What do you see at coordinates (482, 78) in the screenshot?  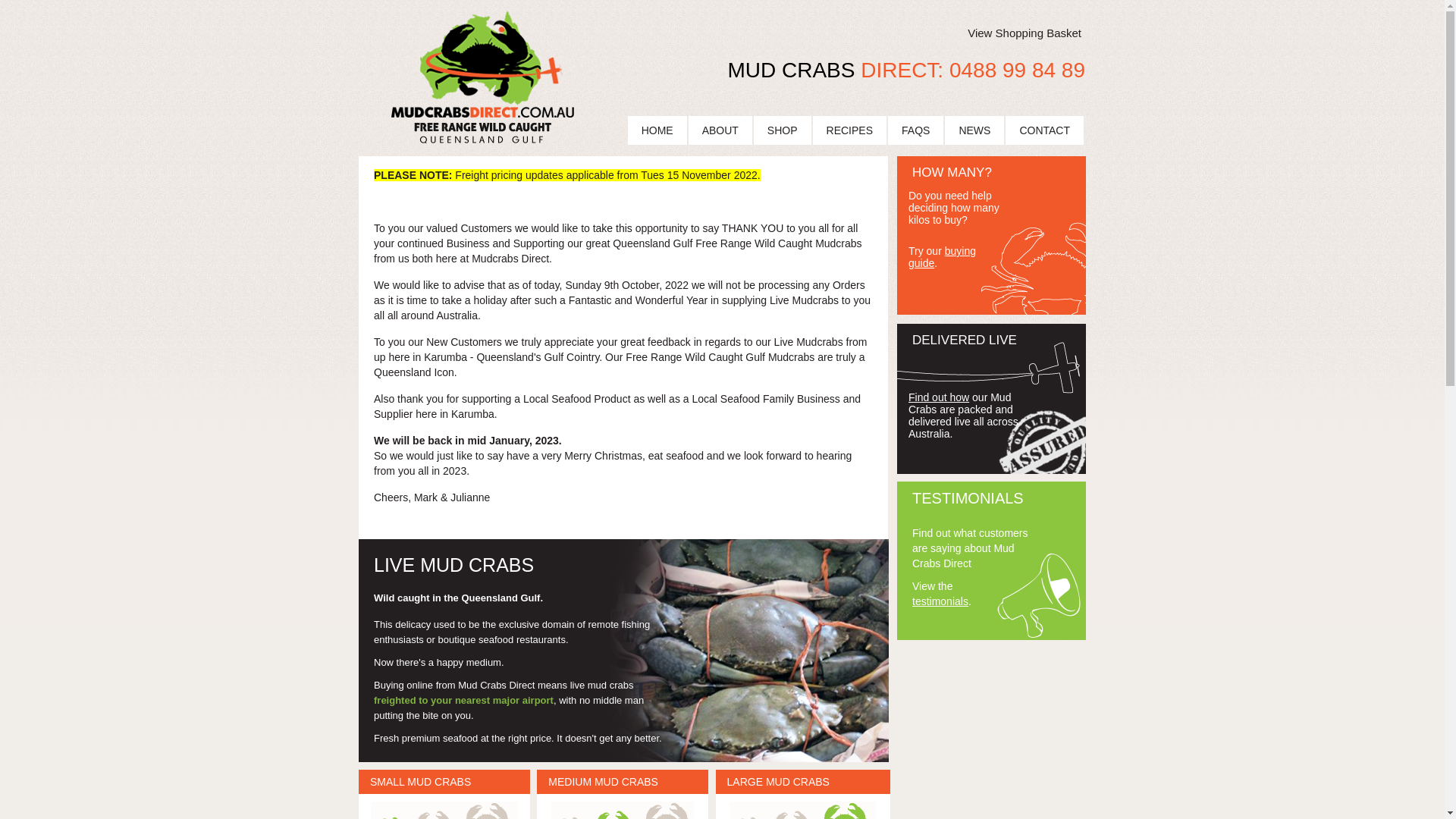 I see `'Mud Crabs Direct Logo'` at bounding box center [482, 78].